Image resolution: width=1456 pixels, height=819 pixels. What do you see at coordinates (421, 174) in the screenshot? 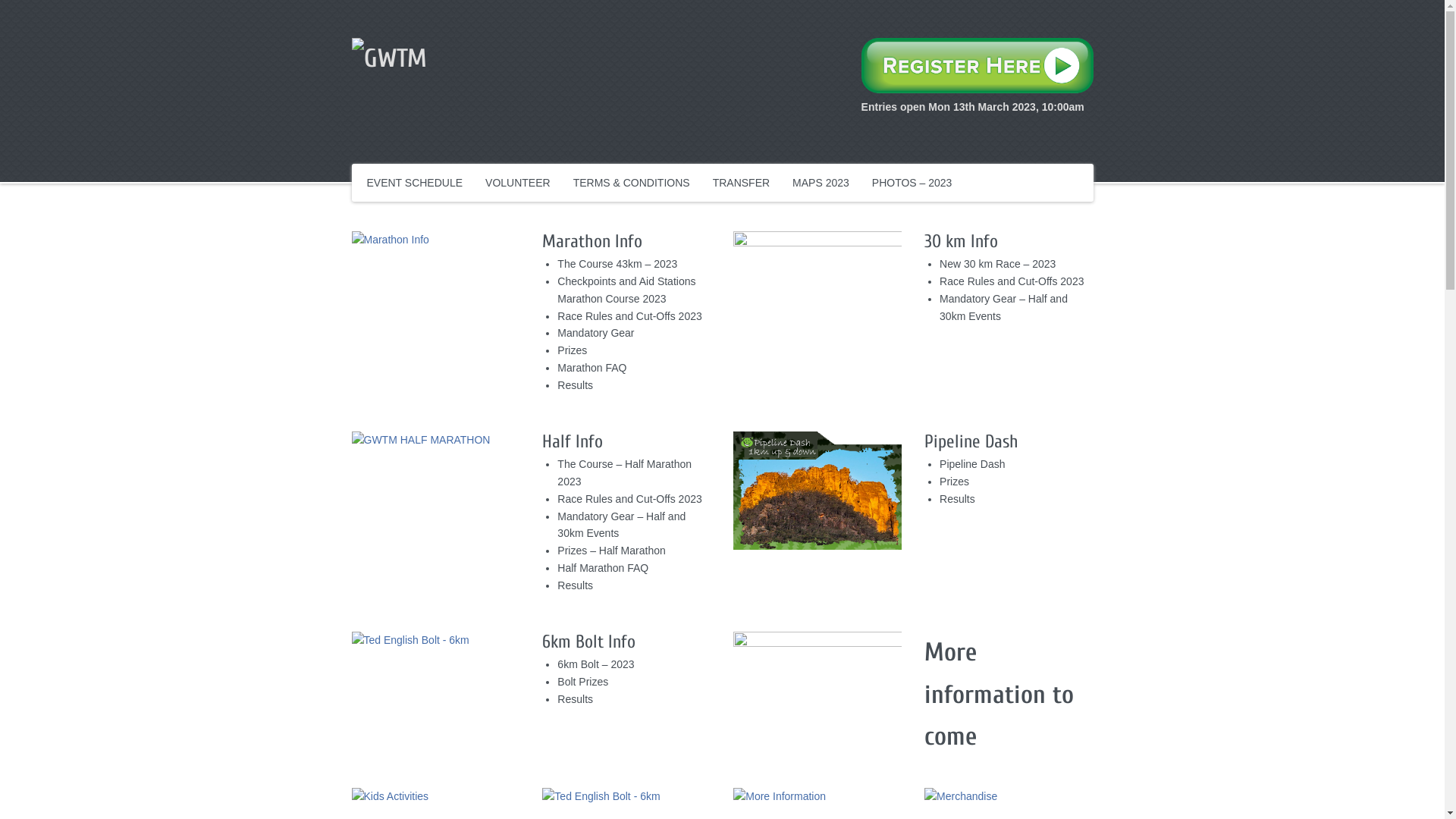
I see `'Skip to primary content'` at bounding box center [421, 174].